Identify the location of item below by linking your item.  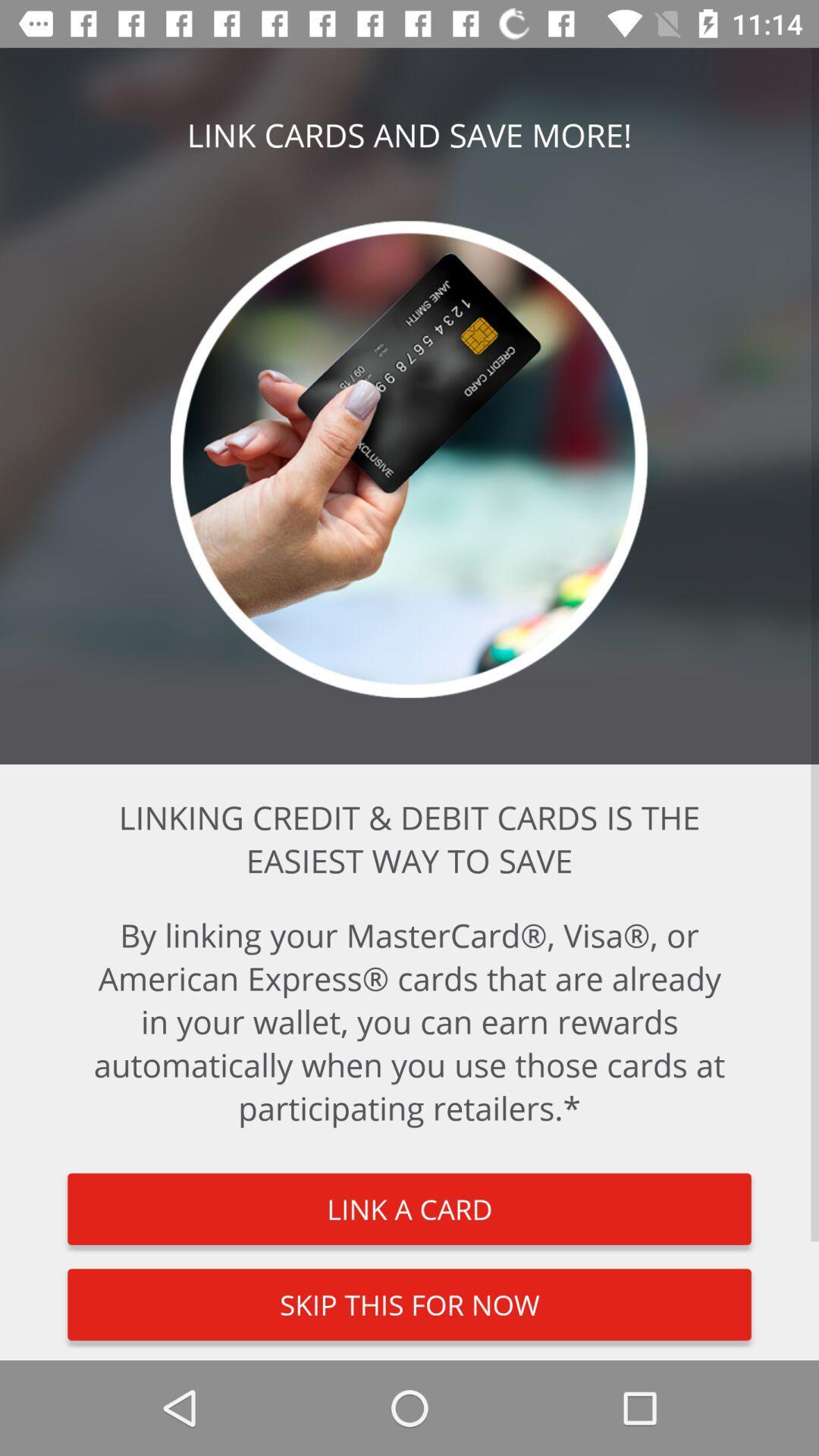
(409, 1208).